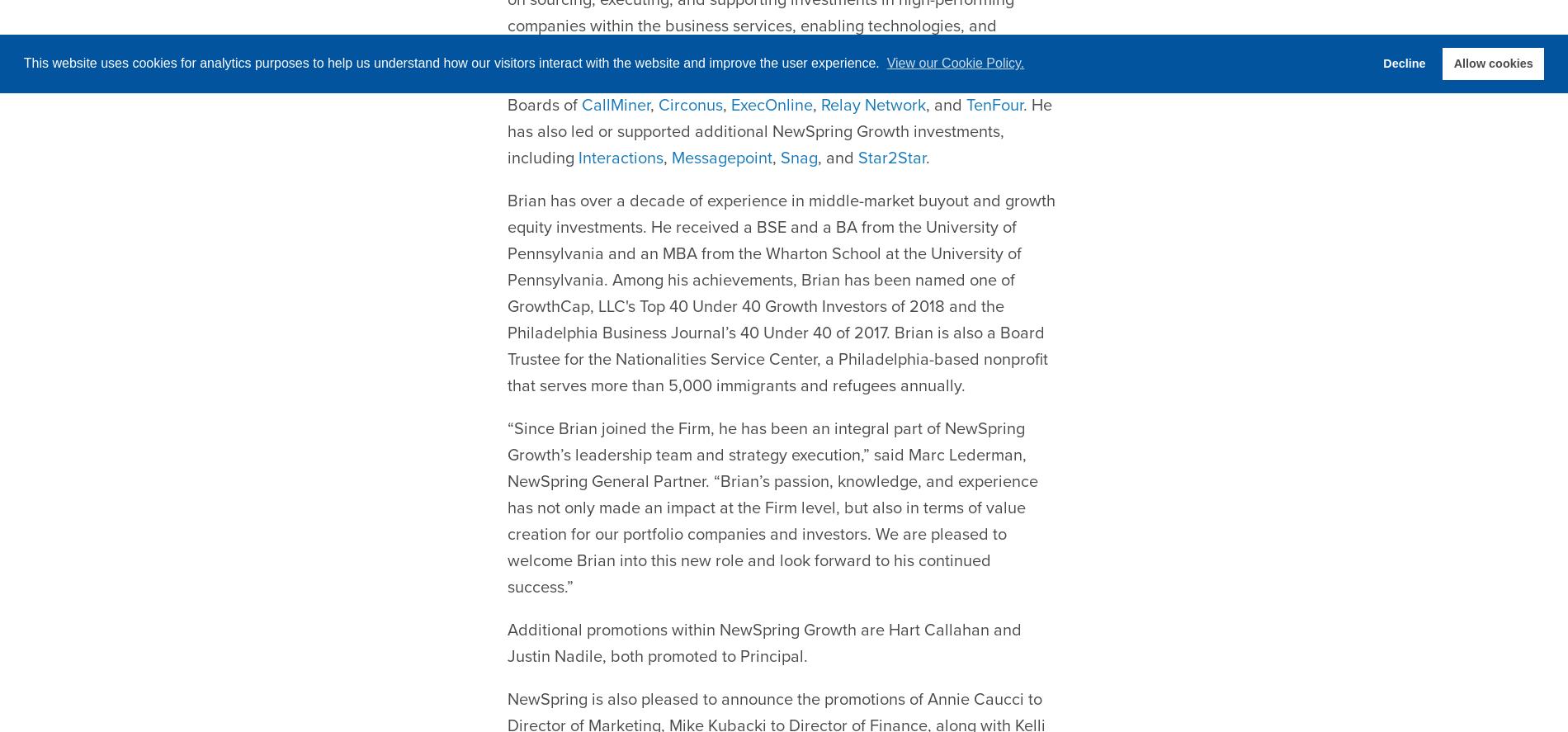 Image resolution: width=1568 pixels, height=732 pixels. Describe the element at coordinates (780, 253) in the screenshot. I see `'Brian has over a decade of experience in middle-market buyout and growth equity investments. He received a BSE and a BA from the University of Pennsylvania and an MBA from the Wharton School at the University of Pennsylvania. Among his achievements, Brian has been named one of GrowthCap, LLC's Top 40 Under 40 Growth Investors of 2018 and the Philadelphia Business Journal’s 40 Under 40 of 2017. Brian is also a Board Trustee for the Nationalities Service Center, a Philadelphia-based nonprofit that serves more than 5,000 immigrants and refugees annually.'` at that location.